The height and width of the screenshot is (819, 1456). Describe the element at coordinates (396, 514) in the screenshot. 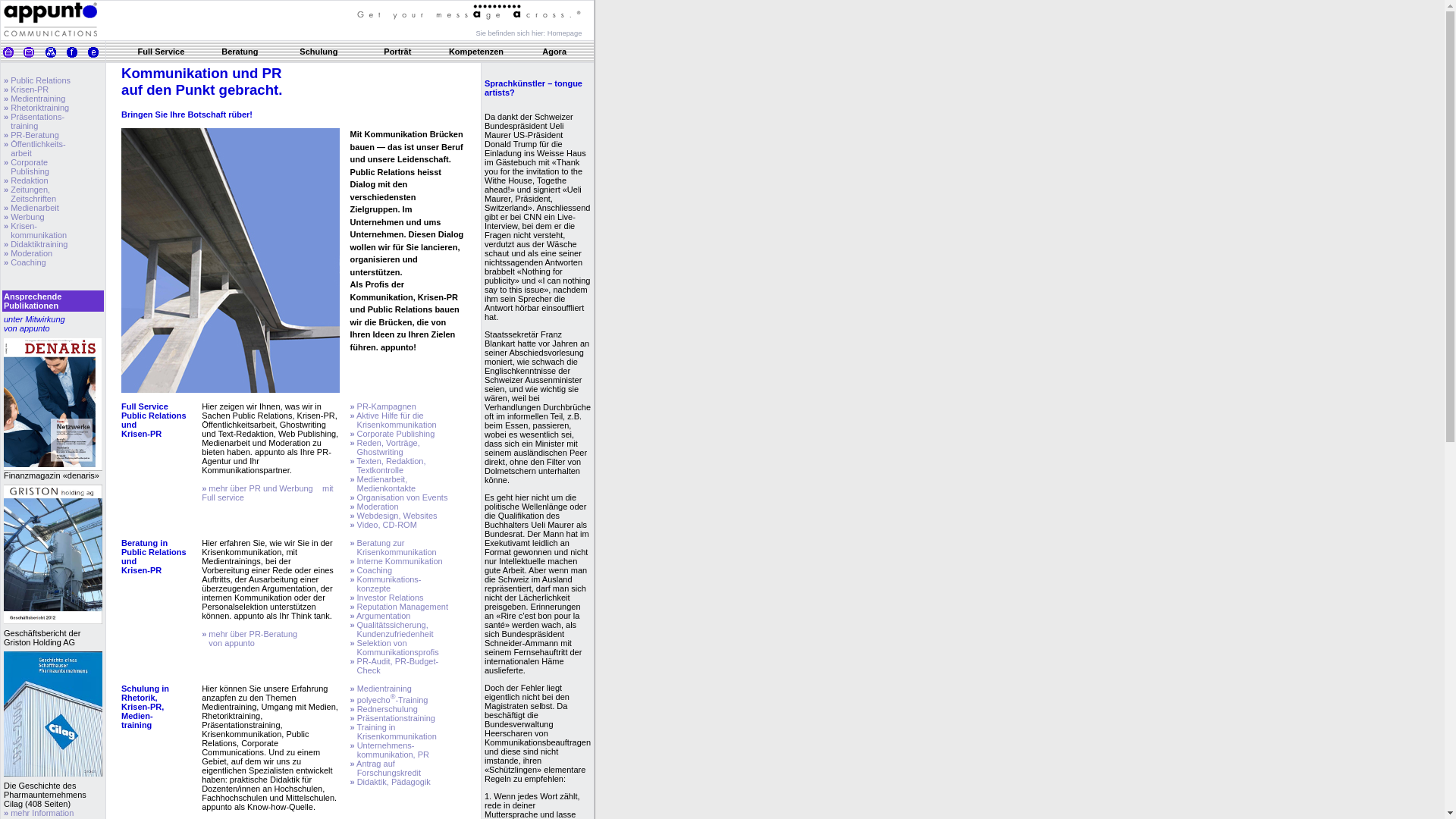

I see `'Webdesign, Websites'` at that location.